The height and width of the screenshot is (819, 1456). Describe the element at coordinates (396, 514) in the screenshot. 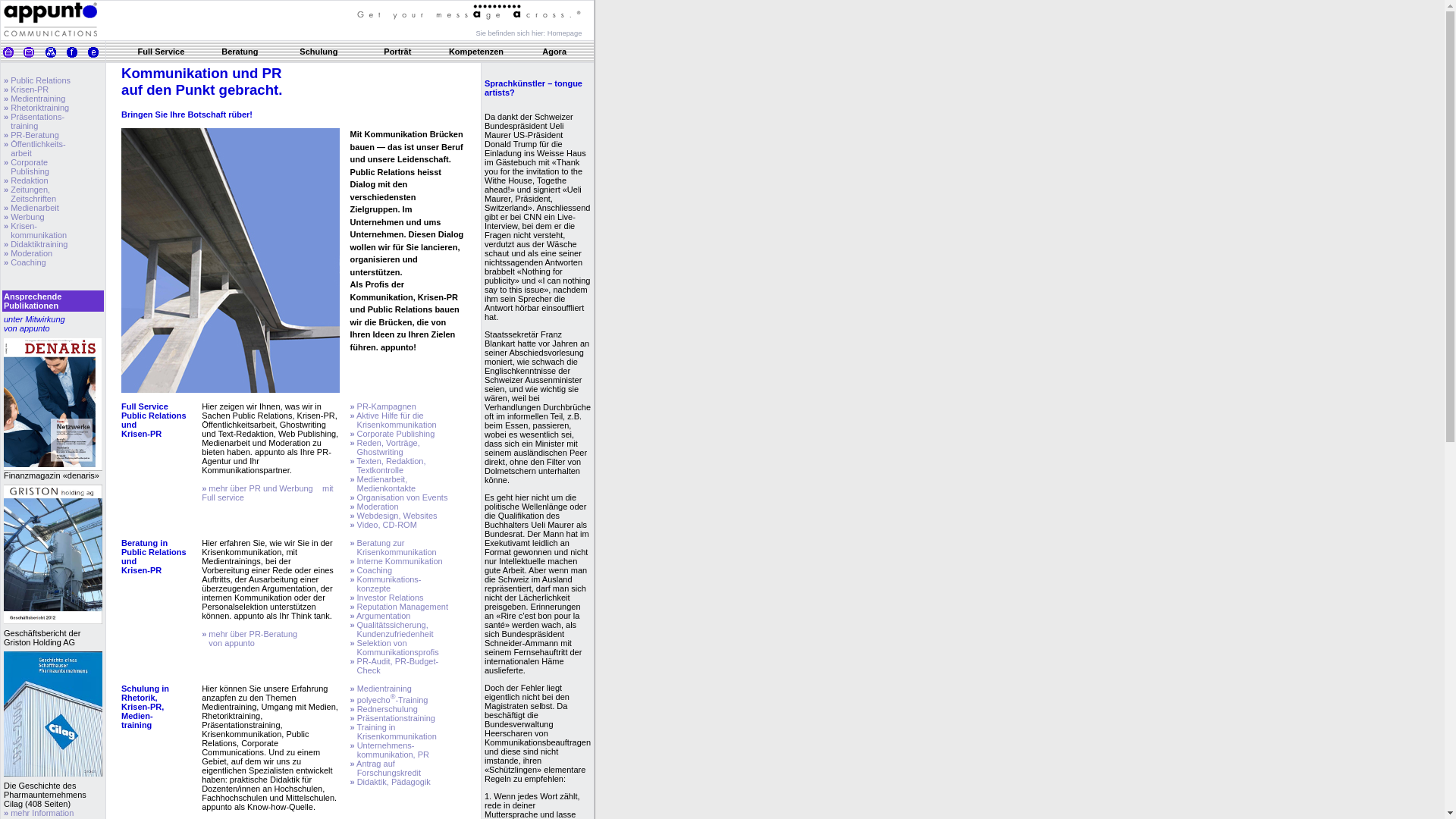

I see `'Webdesign, Websites'` at that location.